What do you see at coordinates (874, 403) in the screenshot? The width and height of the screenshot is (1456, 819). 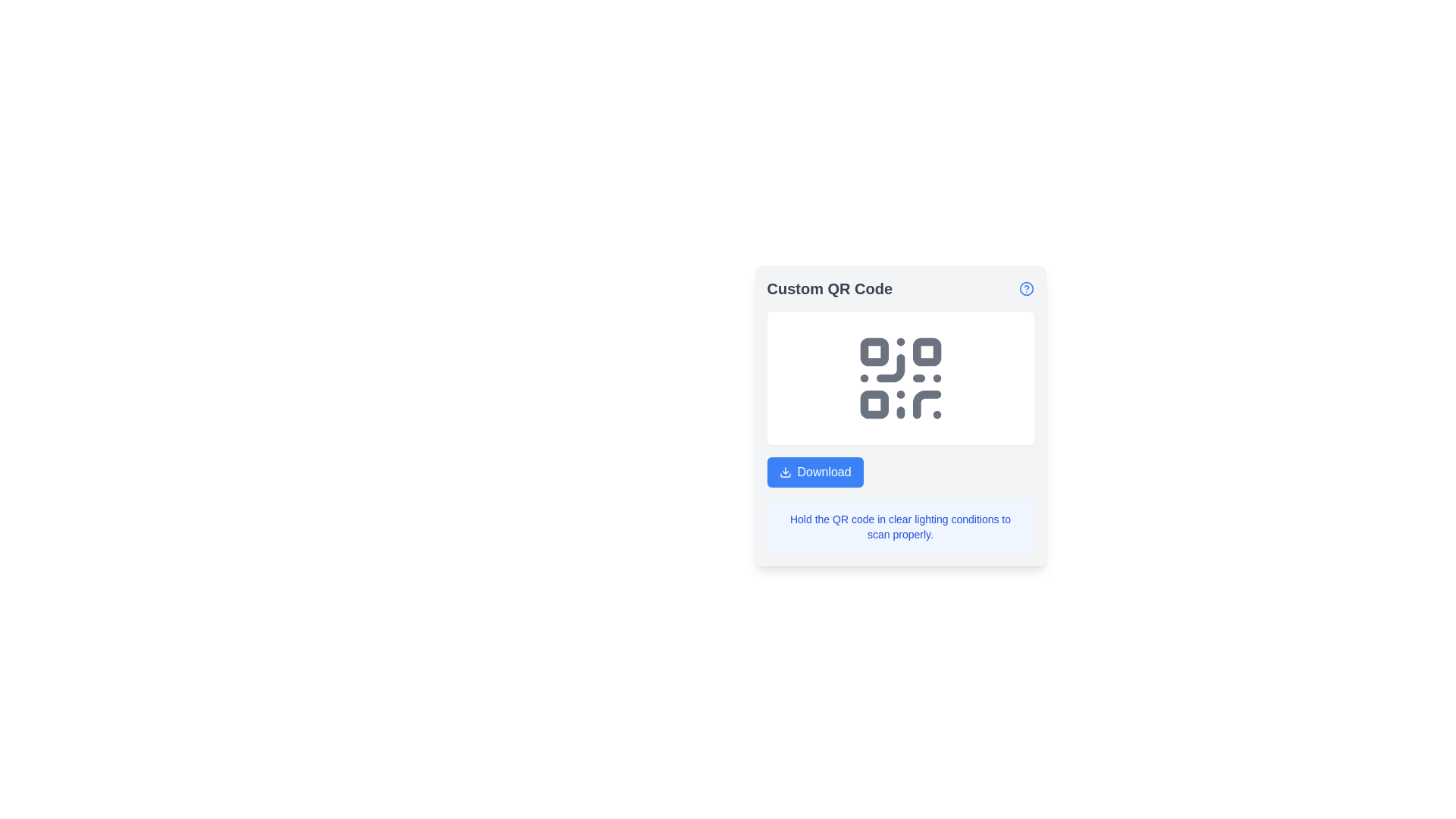 I see `the bottom-left SVG rectangle element that is part of the QR code graphic` at bounding box center [874, 403].